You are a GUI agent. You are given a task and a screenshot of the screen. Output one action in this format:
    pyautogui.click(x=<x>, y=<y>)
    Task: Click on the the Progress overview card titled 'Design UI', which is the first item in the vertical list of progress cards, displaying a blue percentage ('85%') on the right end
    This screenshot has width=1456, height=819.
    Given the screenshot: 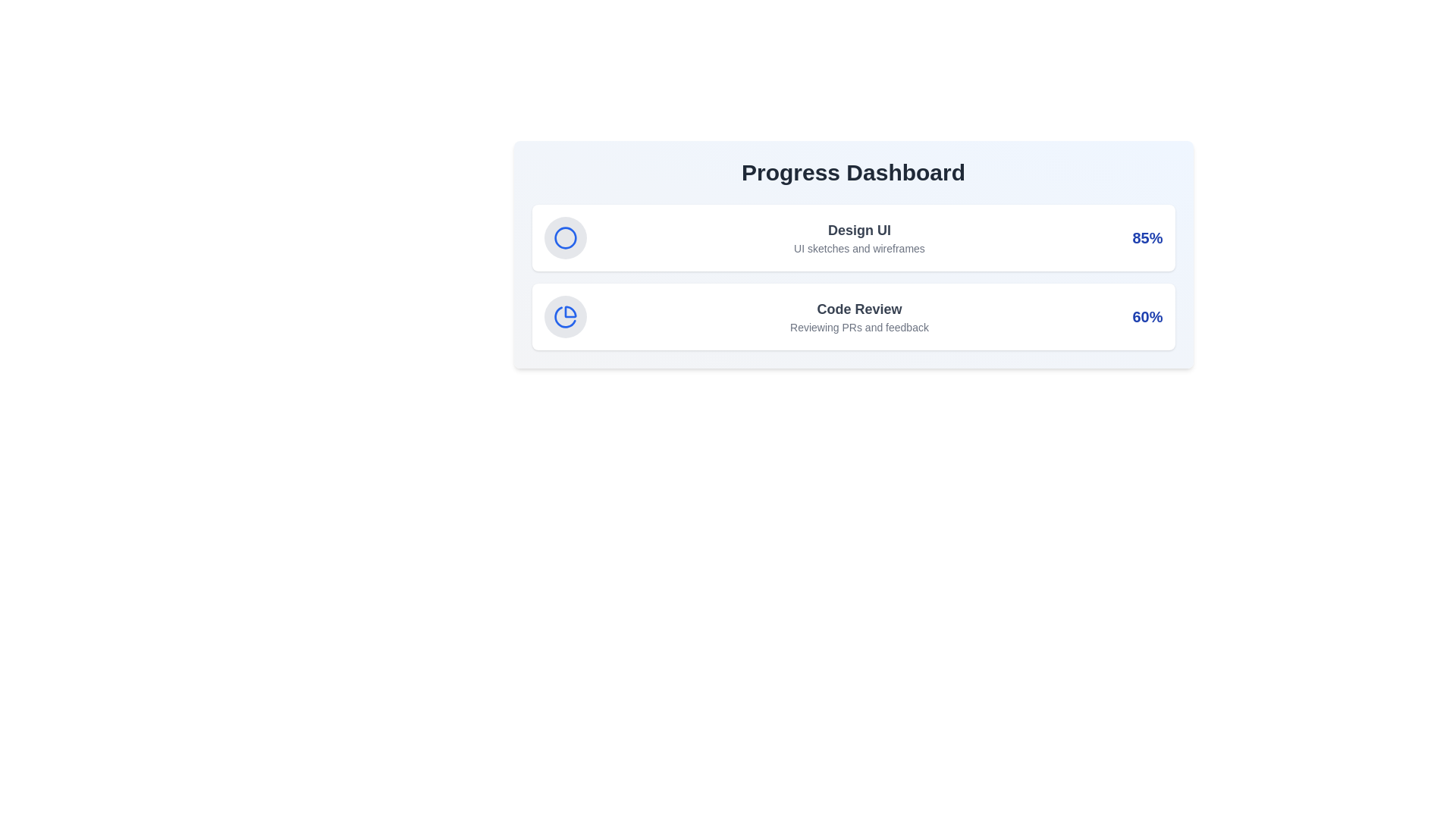 What is the action you would take?
    pyautogui.click(x=853, y=237)
    